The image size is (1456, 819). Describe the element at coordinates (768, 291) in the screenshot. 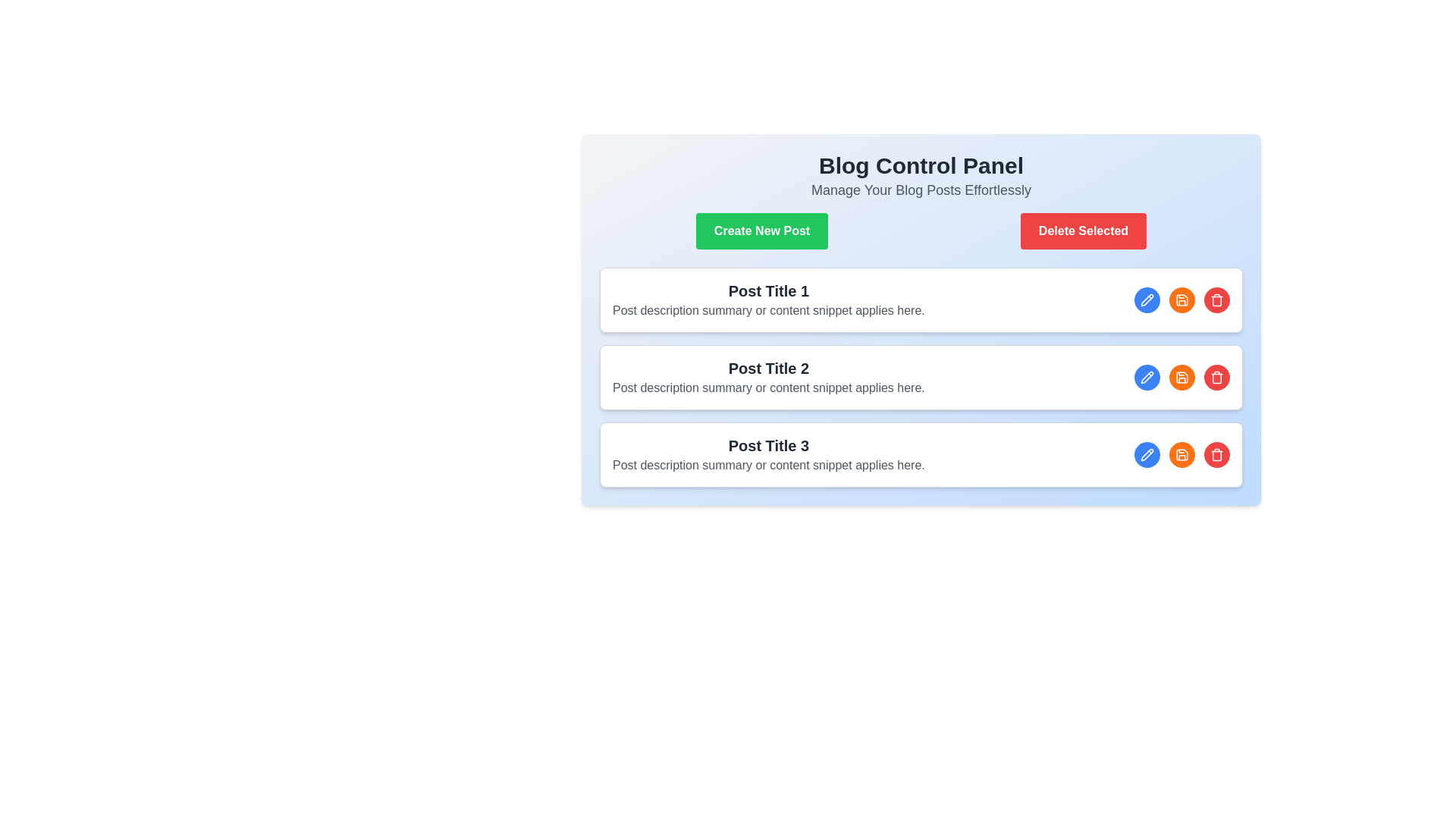

I see `the text label displaying 'Post Title 1'` at that location.